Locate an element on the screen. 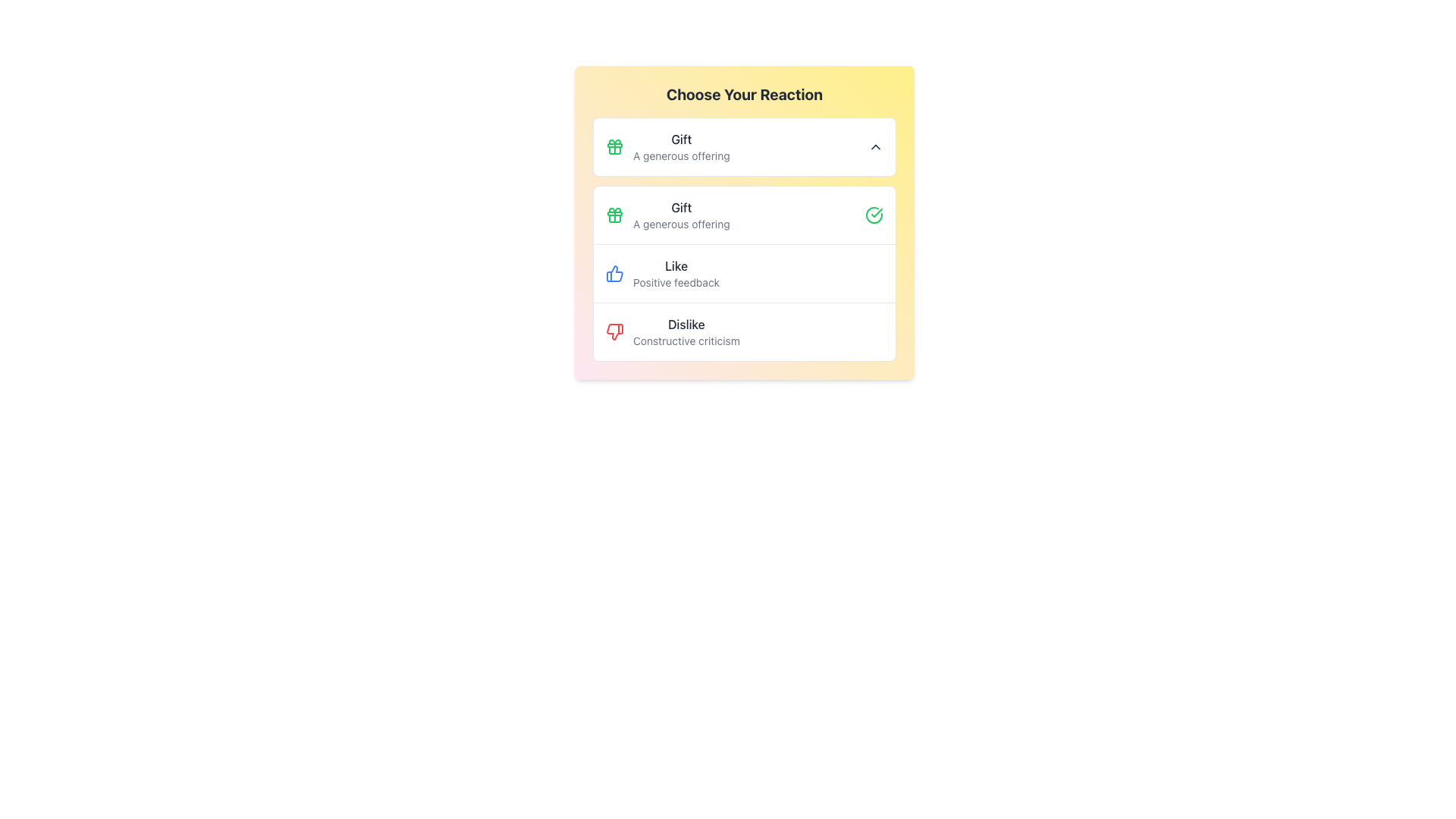  the static text label that displays 'Positive feedback', which is located underneath the 'Like' text in the third selectable card of a vertical stack of options is located at coordinates (676, 283).